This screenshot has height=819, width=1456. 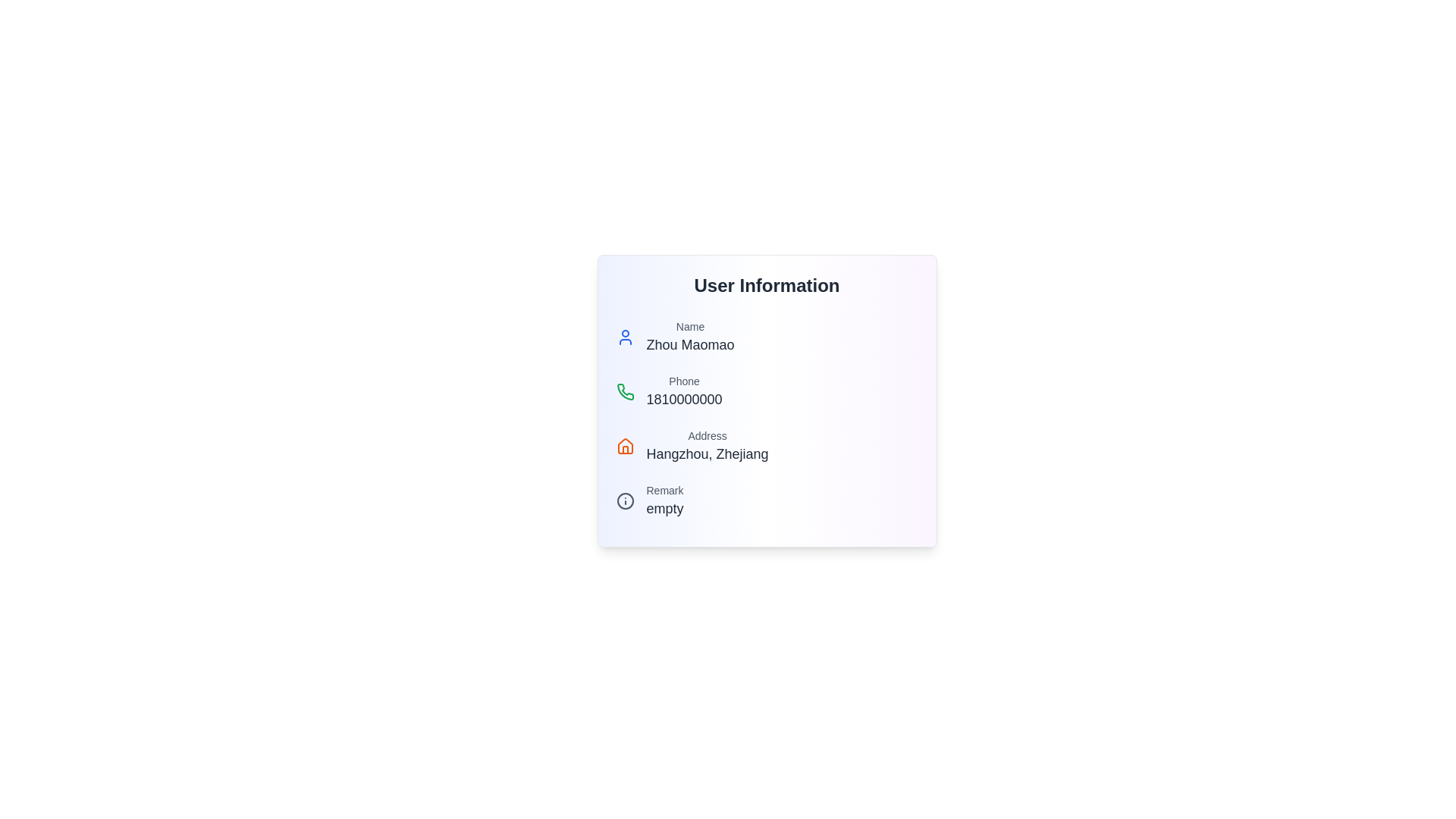 What do you see at coordinates (707, 446) in the screenshot?
I see `the Text Display element showing 'Address' and 'Hangzhou, Zhejiang', which is located in the user information panel` at bounding box center [707, 446].